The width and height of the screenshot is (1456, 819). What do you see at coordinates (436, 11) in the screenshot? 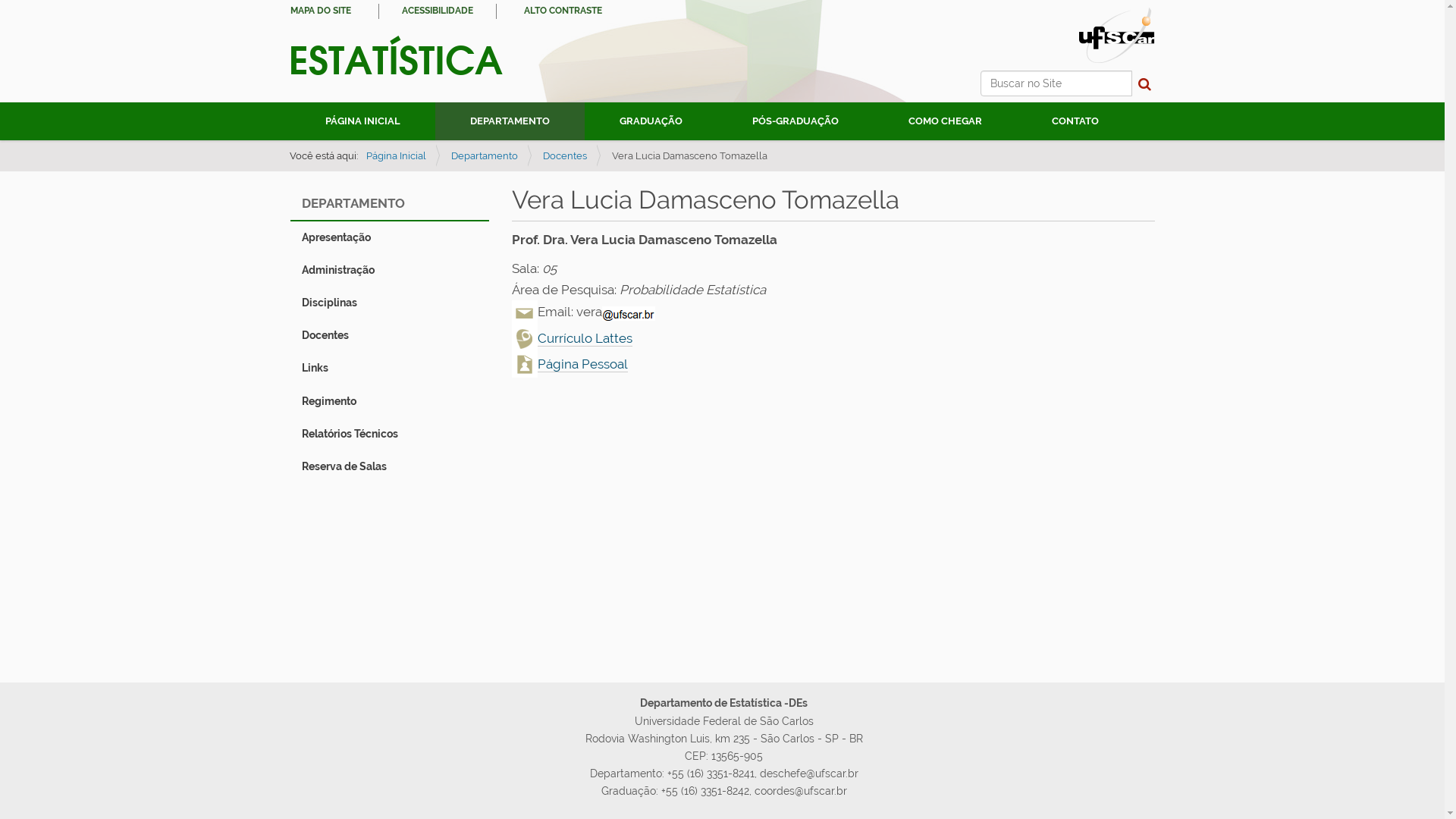
I see `'ACESSIBILIDADE'` at bounding box center [436, 11].